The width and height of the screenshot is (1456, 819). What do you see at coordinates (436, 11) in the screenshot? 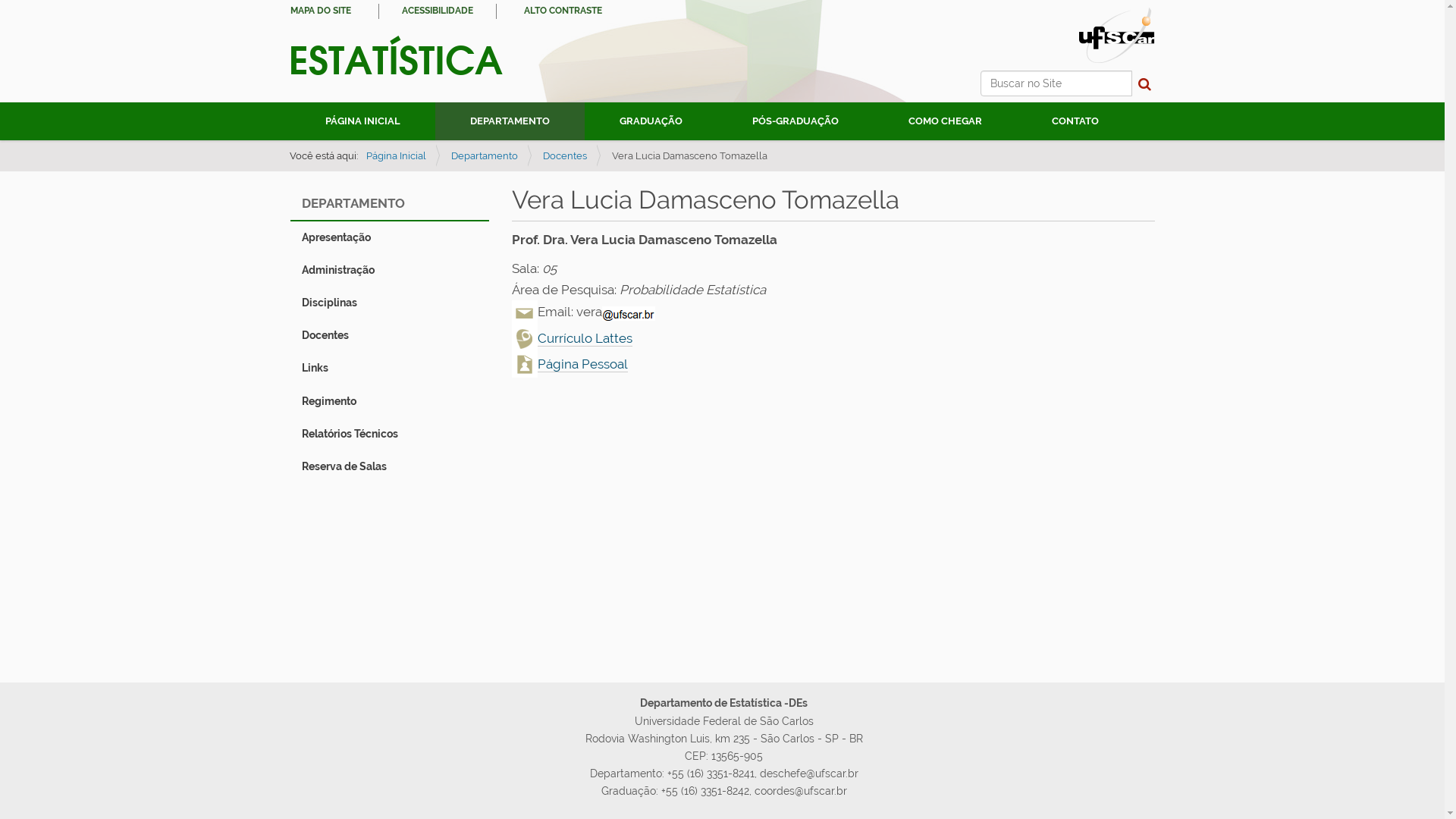
I see `'ACESSIBILIDADE'` at bounding box center [436, 11].